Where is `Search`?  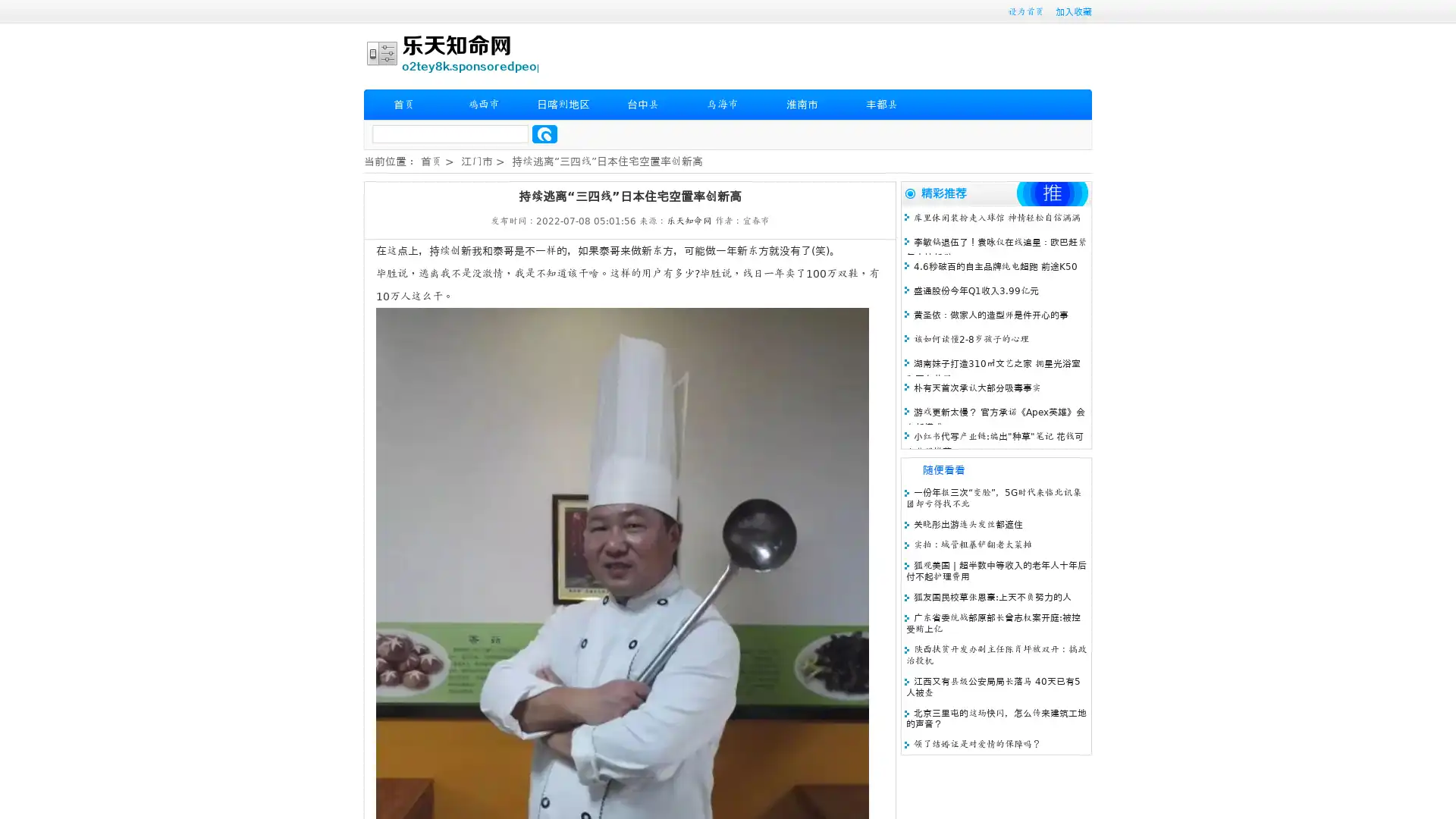 Search is located at coordinates (544, 133).